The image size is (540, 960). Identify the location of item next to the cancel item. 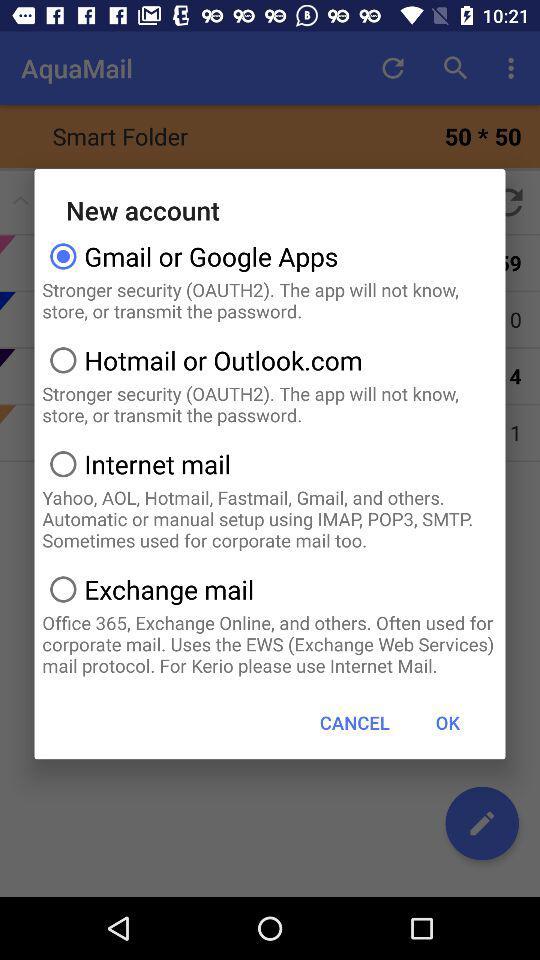
(447, 721).